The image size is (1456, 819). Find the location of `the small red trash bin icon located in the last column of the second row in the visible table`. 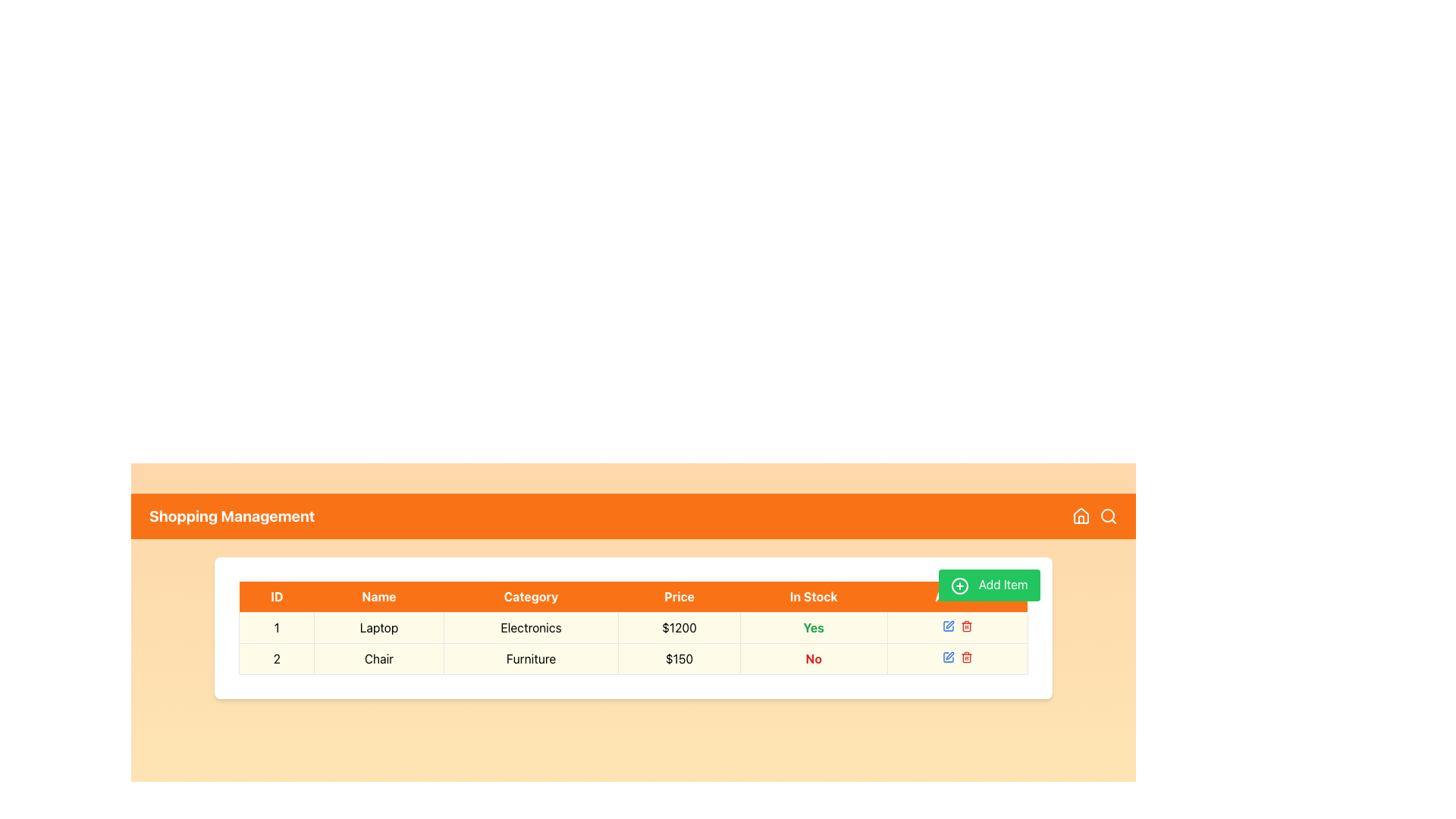

the small red trash bin icon located in the last column of the second row in the visible table is located at coordinates (965, 626).